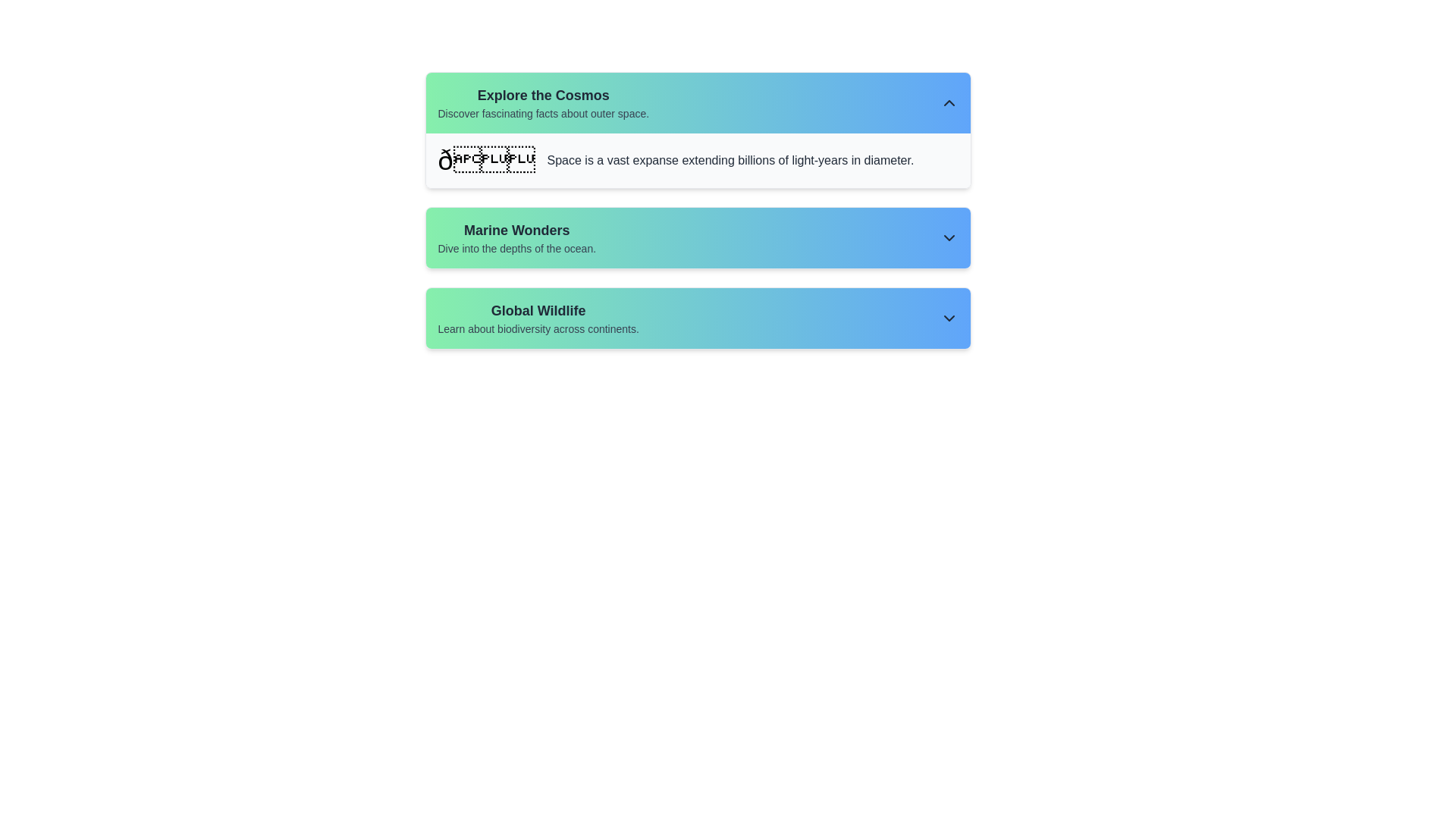  Describe the element at coordinates (543, 96) in the screenshot. I see `the header text element located at the top-left section of the card component, which introduces the content related to exploring the cosmos` at that location.